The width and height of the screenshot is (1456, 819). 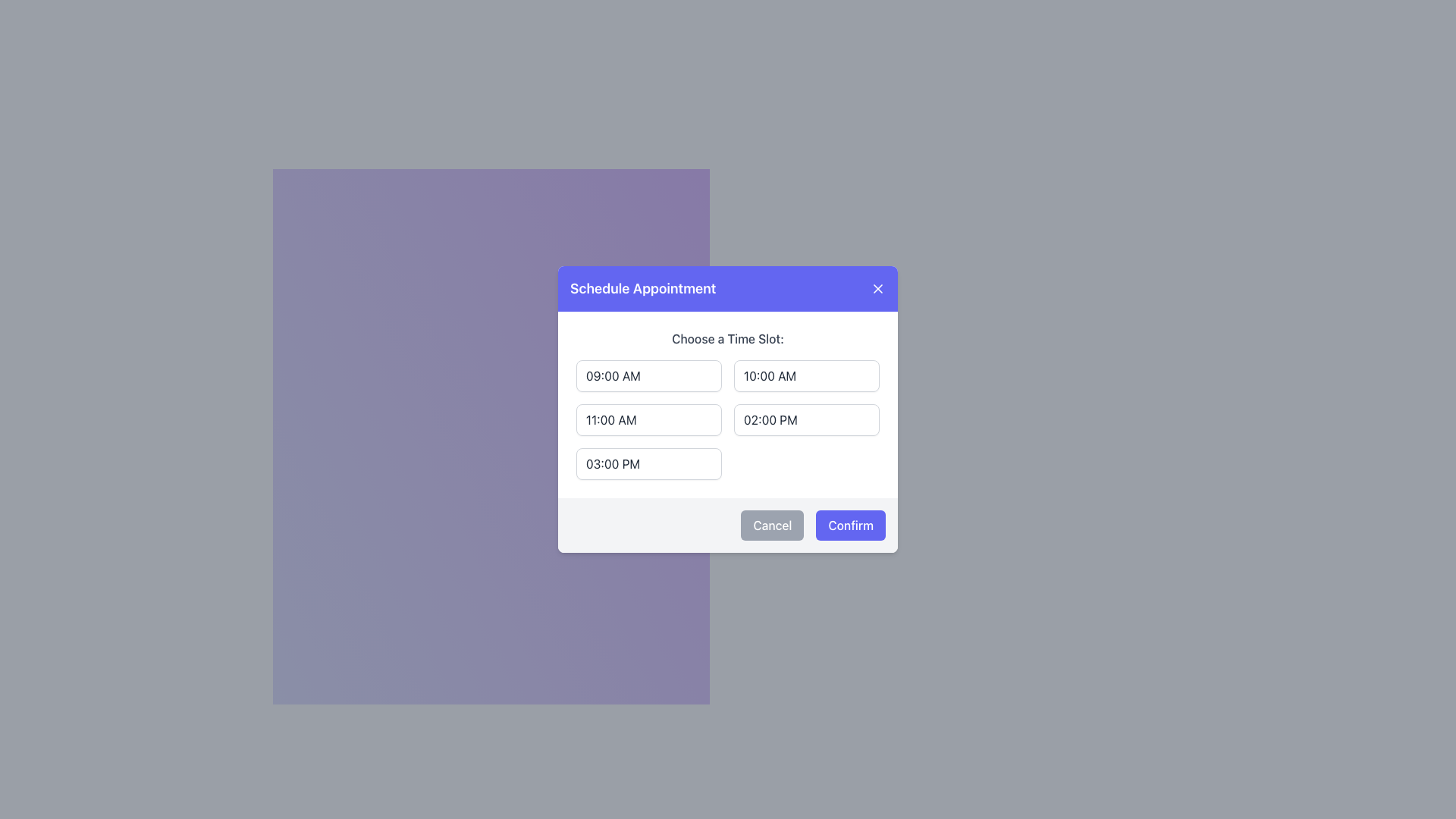 I want to click on the '02:00 PM' selectable time slot button in the scheduling interface, so click(x=806, y=420).